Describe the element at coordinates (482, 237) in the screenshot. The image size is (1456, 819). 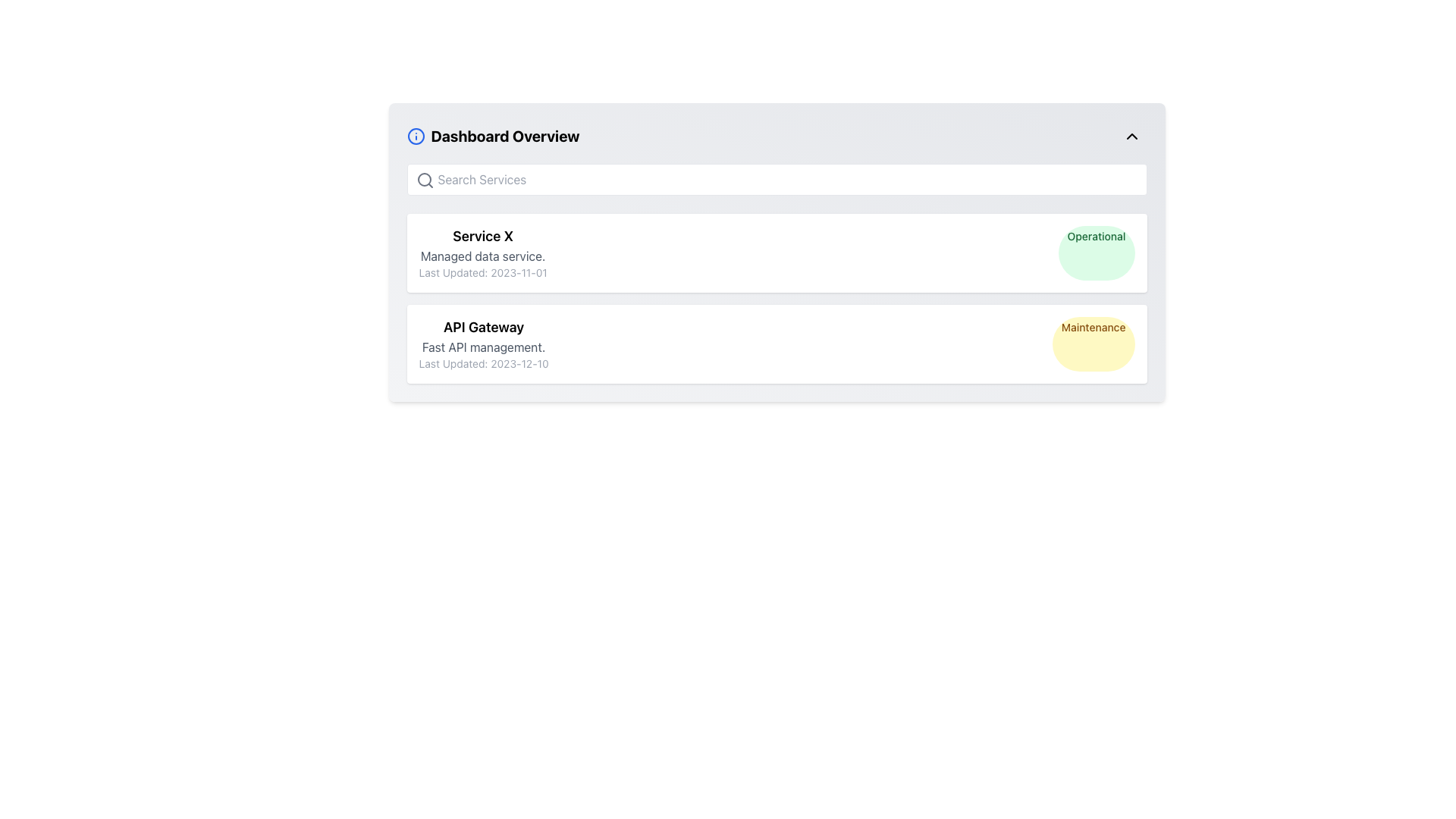
I see `the Text Label that serves as a header for the service entry in the Dashboard Overview section, positioned above 'Managed data service.' and 'Last Updated: 2023-11-01'` at that location.